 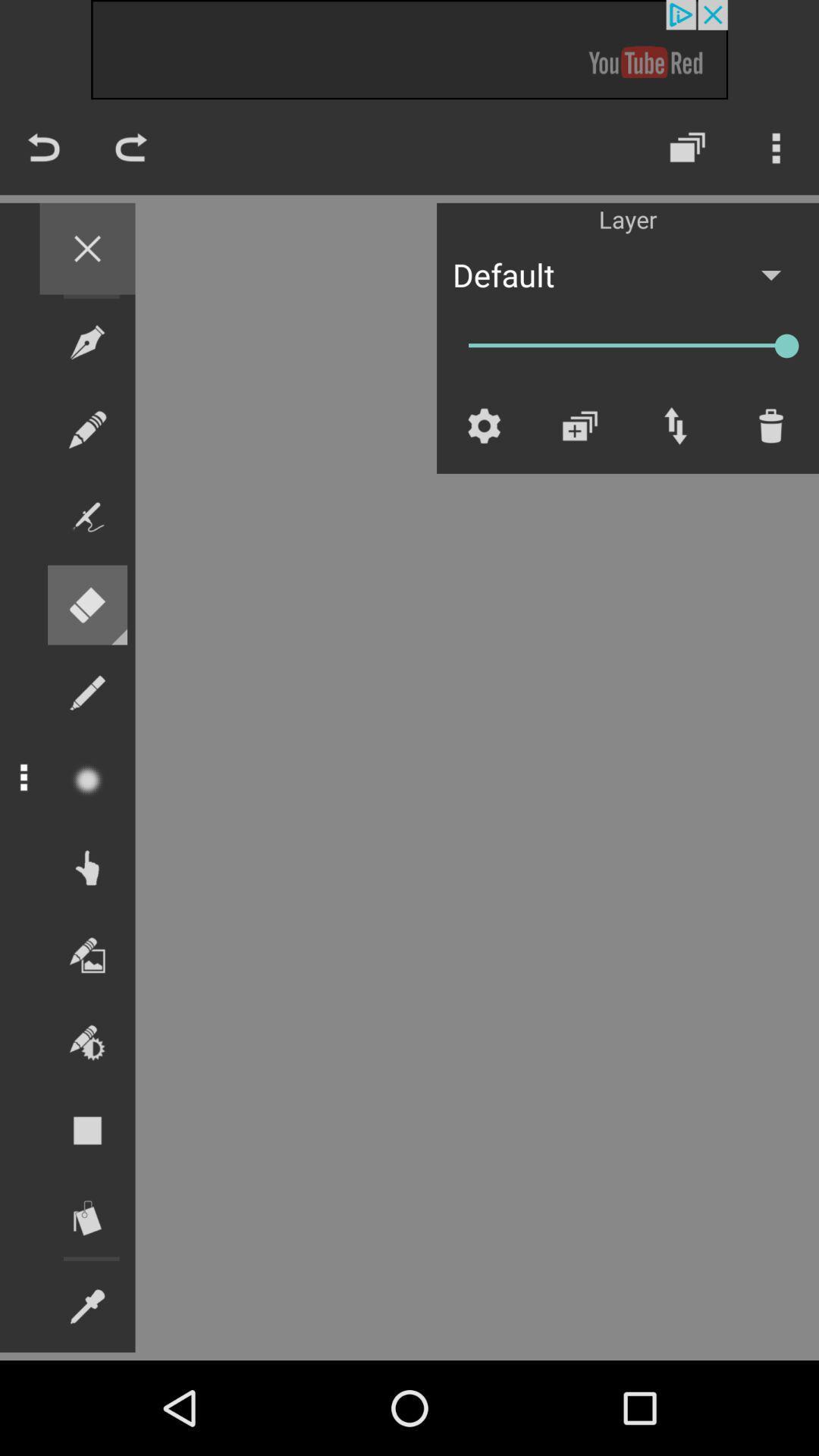 What do you see at coordinates (87, 249) in the screenshot?
I see `the close icon` at bounding box center [87, 249].